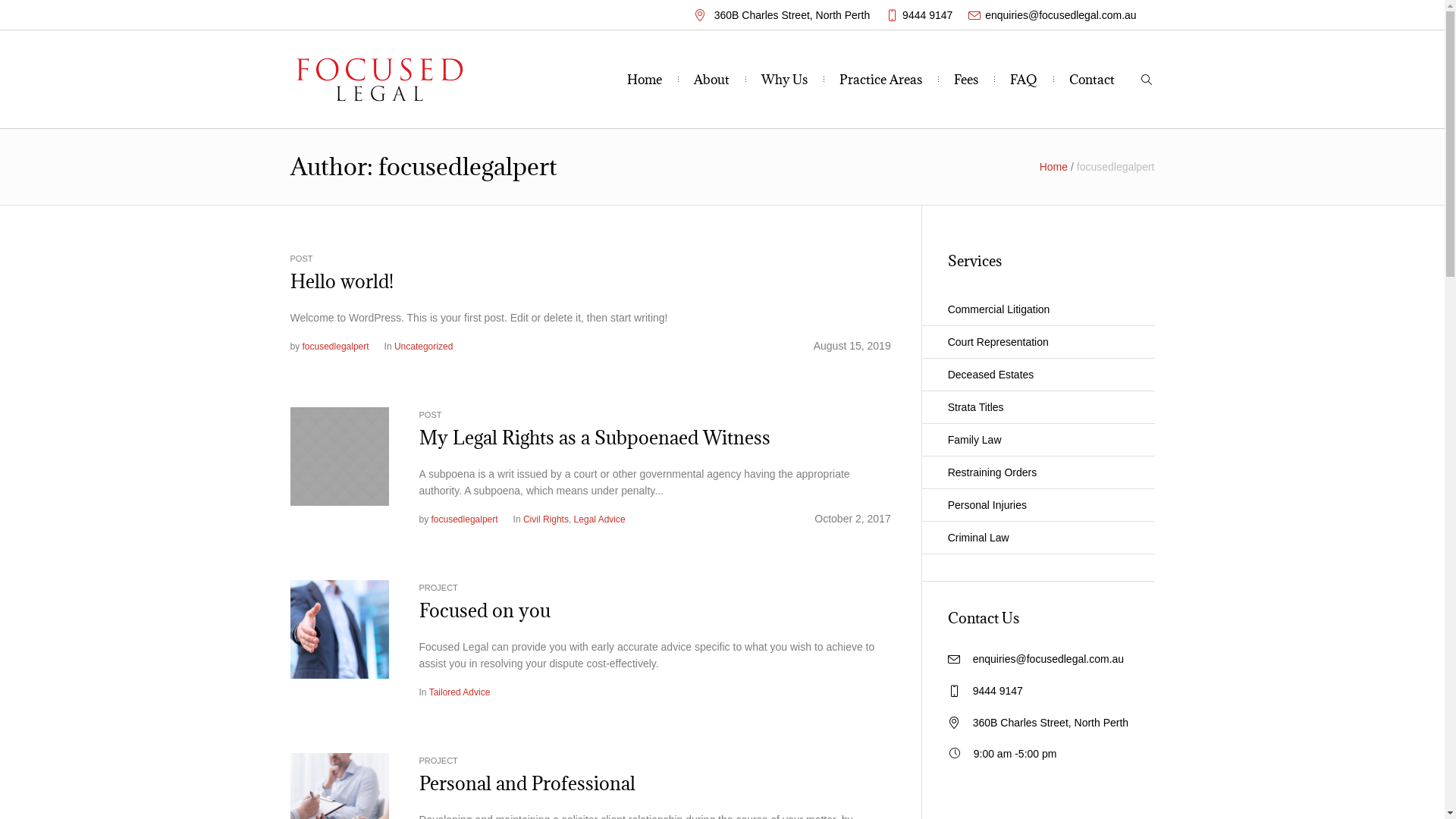 This screenshot has width=1456, height=819. I want to click on 'Family Law', so click(1037, 440).